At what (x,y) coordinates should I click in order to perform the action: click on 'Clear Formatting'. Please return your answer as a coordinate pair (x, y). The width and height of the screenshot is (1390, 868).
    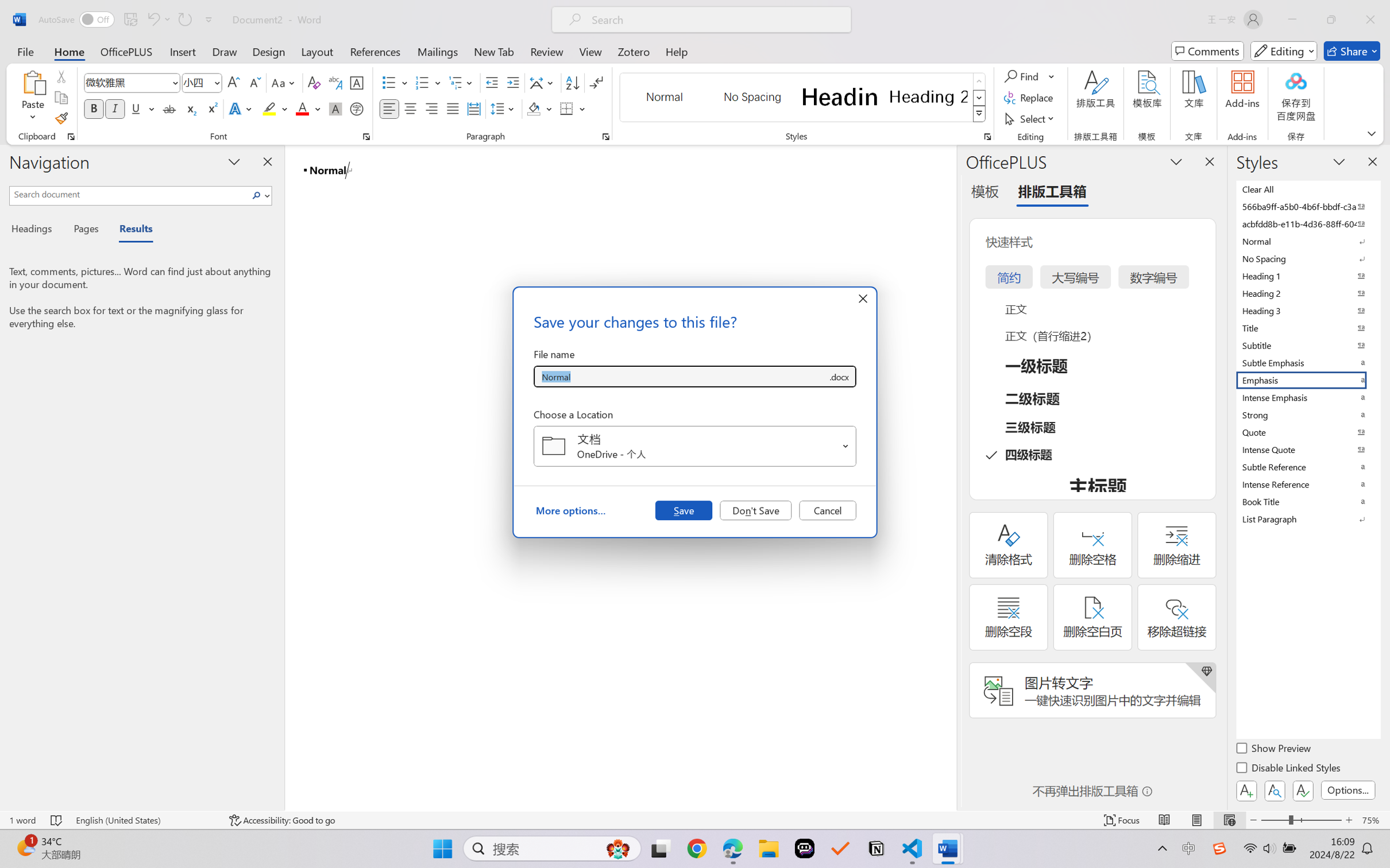
    Looking at the image, I should click on (313, 83).